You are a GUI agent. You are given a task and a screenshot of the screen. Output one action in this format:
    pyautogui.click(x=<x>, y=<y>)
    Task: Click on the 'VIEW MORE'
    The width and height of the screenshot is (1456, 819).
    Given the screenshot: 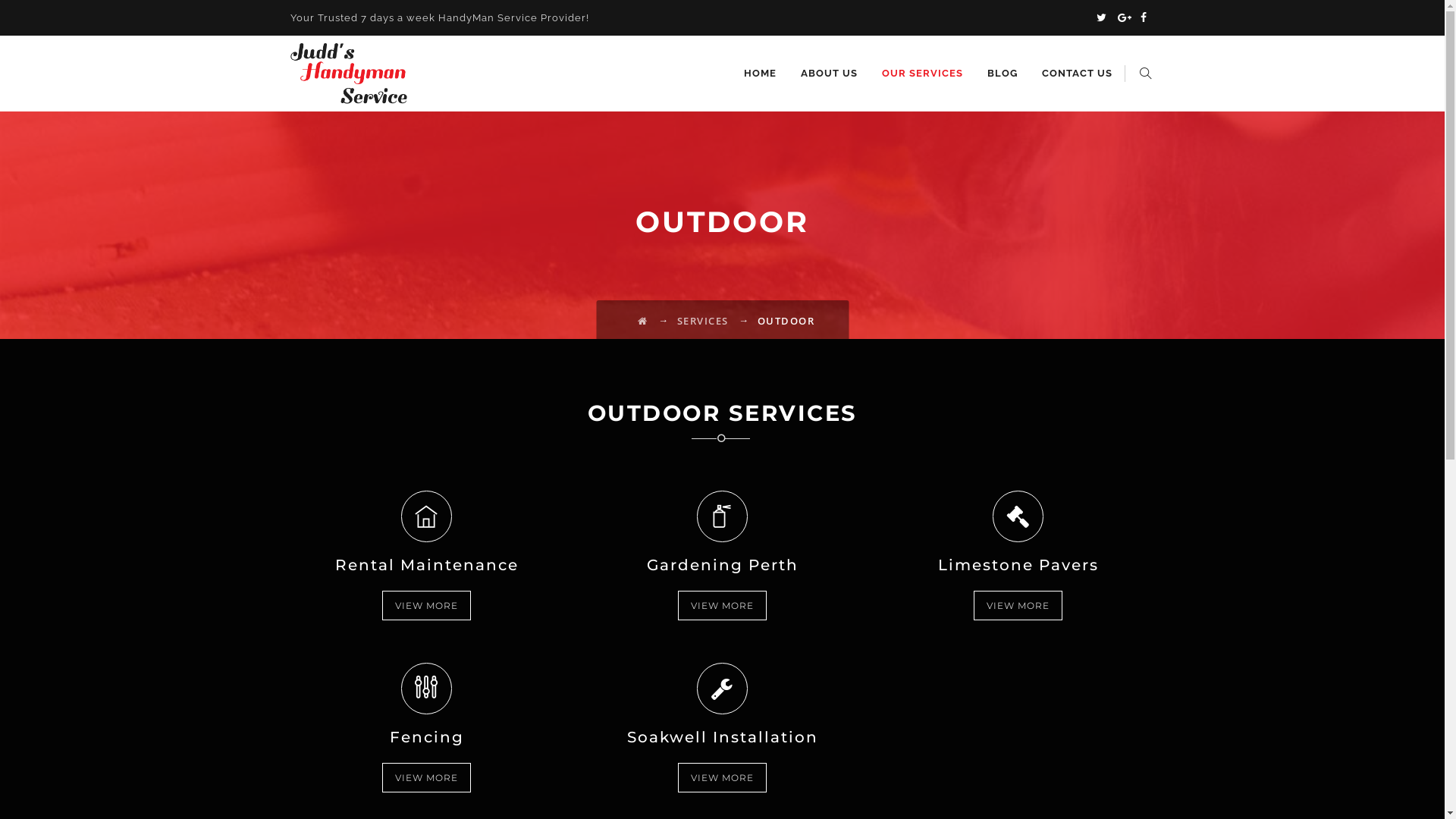 What is the action you would take?
    pyautogui.click(x=1018, y=604)
    